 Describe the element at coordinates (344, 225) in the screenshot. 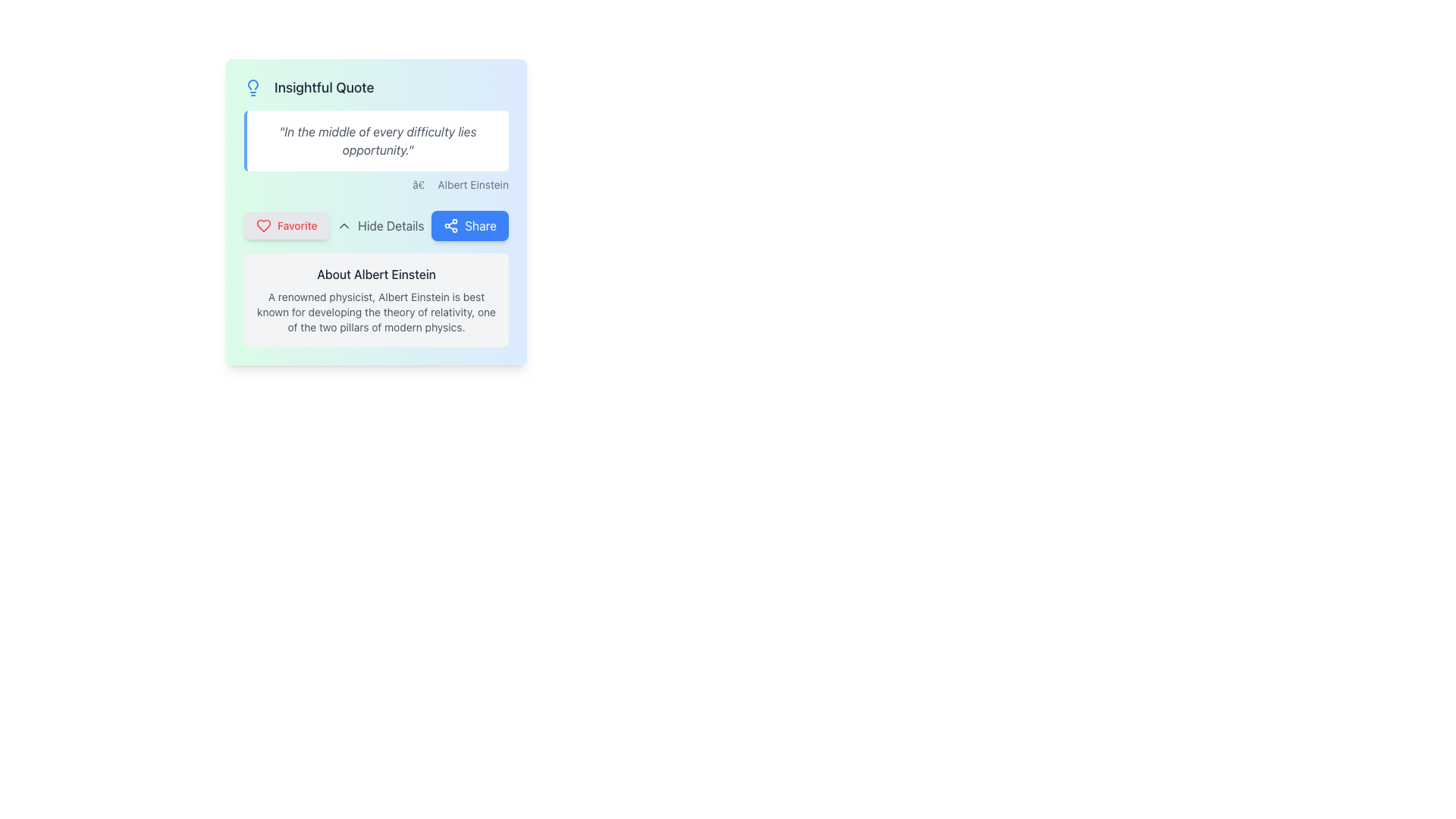

I see `the downward-facing chevron arrow icon located to the left of the 'Hide Details' text` at that location.